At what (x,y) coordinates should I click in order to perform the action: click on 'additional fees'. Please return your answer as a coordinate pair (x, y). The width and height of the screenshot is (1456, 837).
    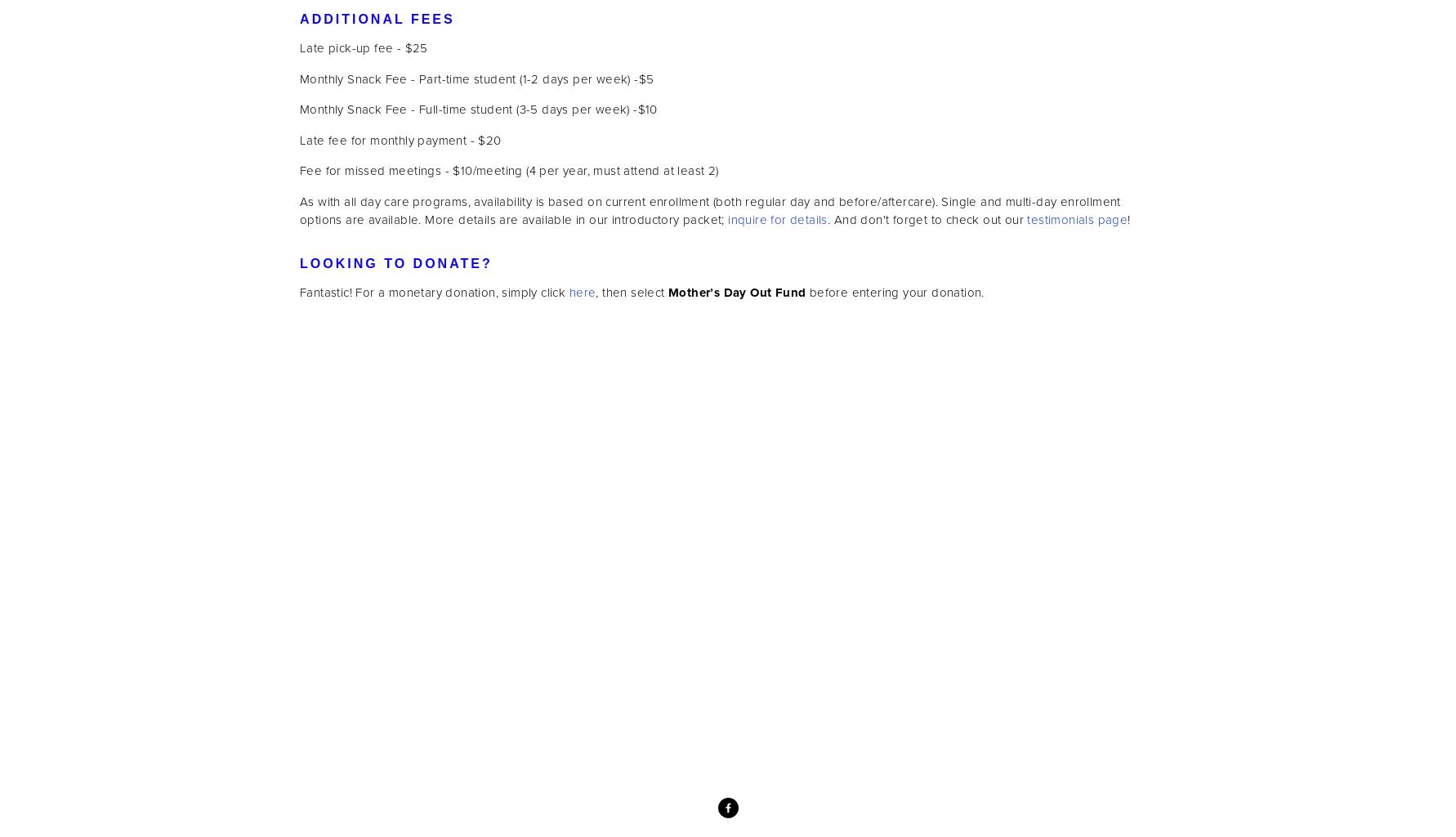
    Looking at the image, I should click on (376, 19).